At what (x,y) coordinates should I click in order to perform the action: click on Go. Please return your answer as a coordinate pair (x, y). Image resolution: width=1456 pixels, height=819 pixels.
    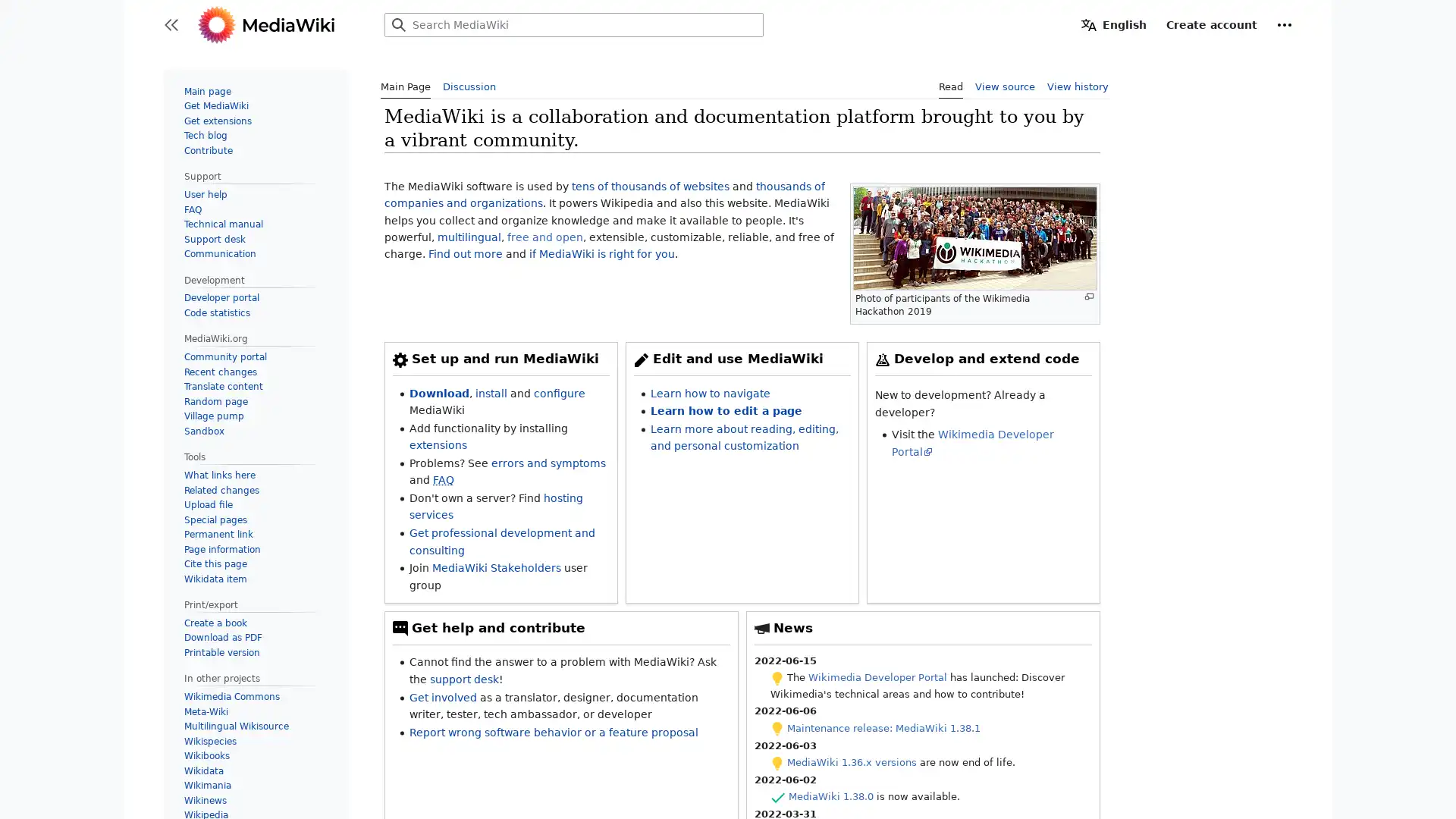
    Looking at the image, I should click on (399, 25).